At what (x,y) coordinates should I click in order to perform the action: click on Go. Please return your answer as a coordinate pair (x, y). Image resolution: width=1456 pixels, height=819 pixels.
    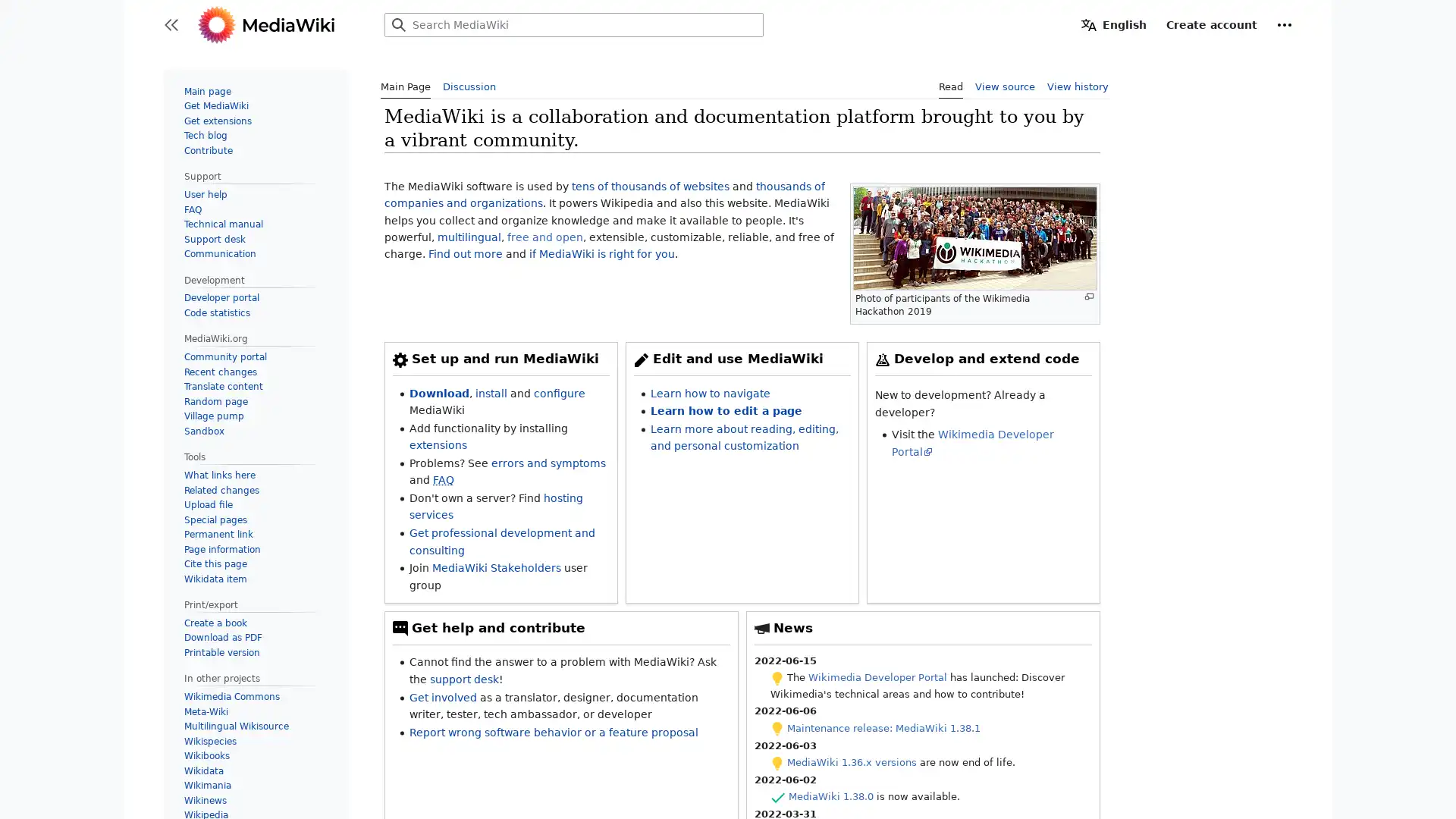
    Looking at the image, I should click on (399, 25).